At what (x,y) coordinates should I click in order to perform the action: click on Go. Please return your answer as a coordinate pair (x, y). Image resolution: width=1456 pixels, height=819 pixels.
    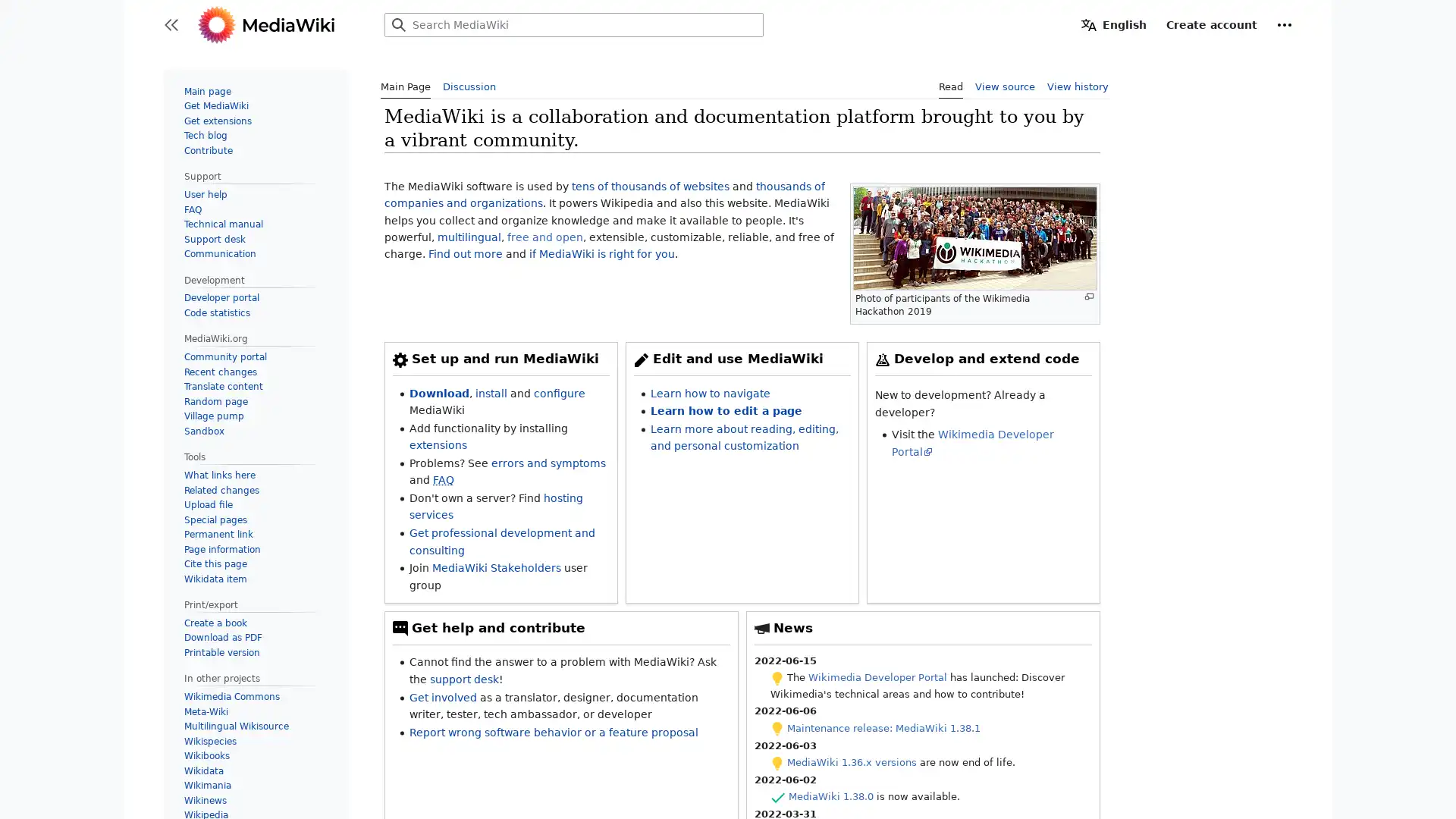
    Looking at the image, I should click on (399, 25).